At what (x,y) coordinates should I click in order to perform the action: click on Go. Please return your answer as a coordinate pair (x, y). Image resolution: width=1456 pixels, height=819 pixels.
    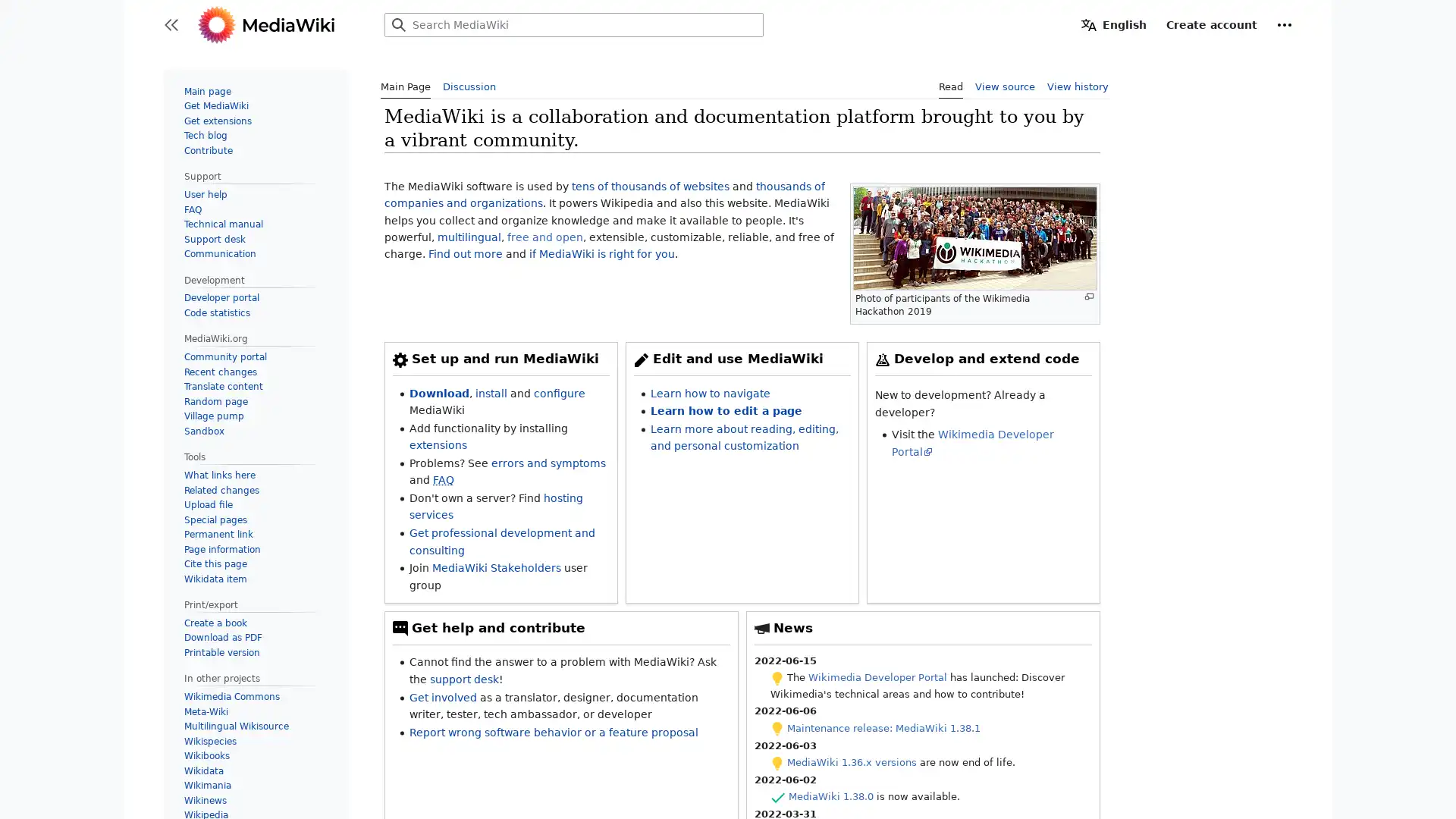
    Looking at the image, I should click on (399, 25).